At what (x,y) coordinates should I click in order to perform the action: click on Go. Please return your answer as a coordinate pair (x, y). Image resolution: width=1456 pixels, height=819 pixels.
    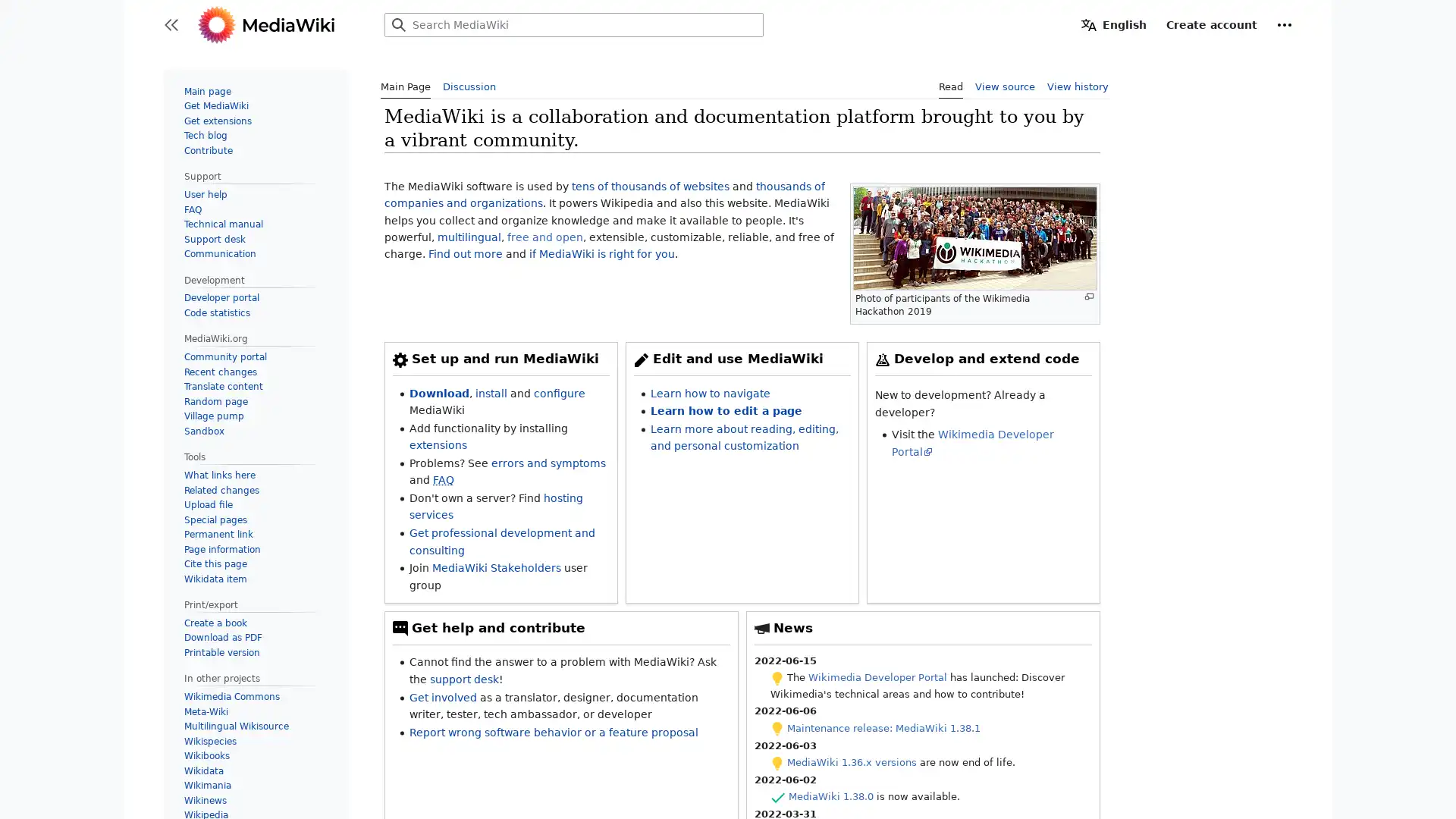
    Looking at the image, I should click on (399, 25).